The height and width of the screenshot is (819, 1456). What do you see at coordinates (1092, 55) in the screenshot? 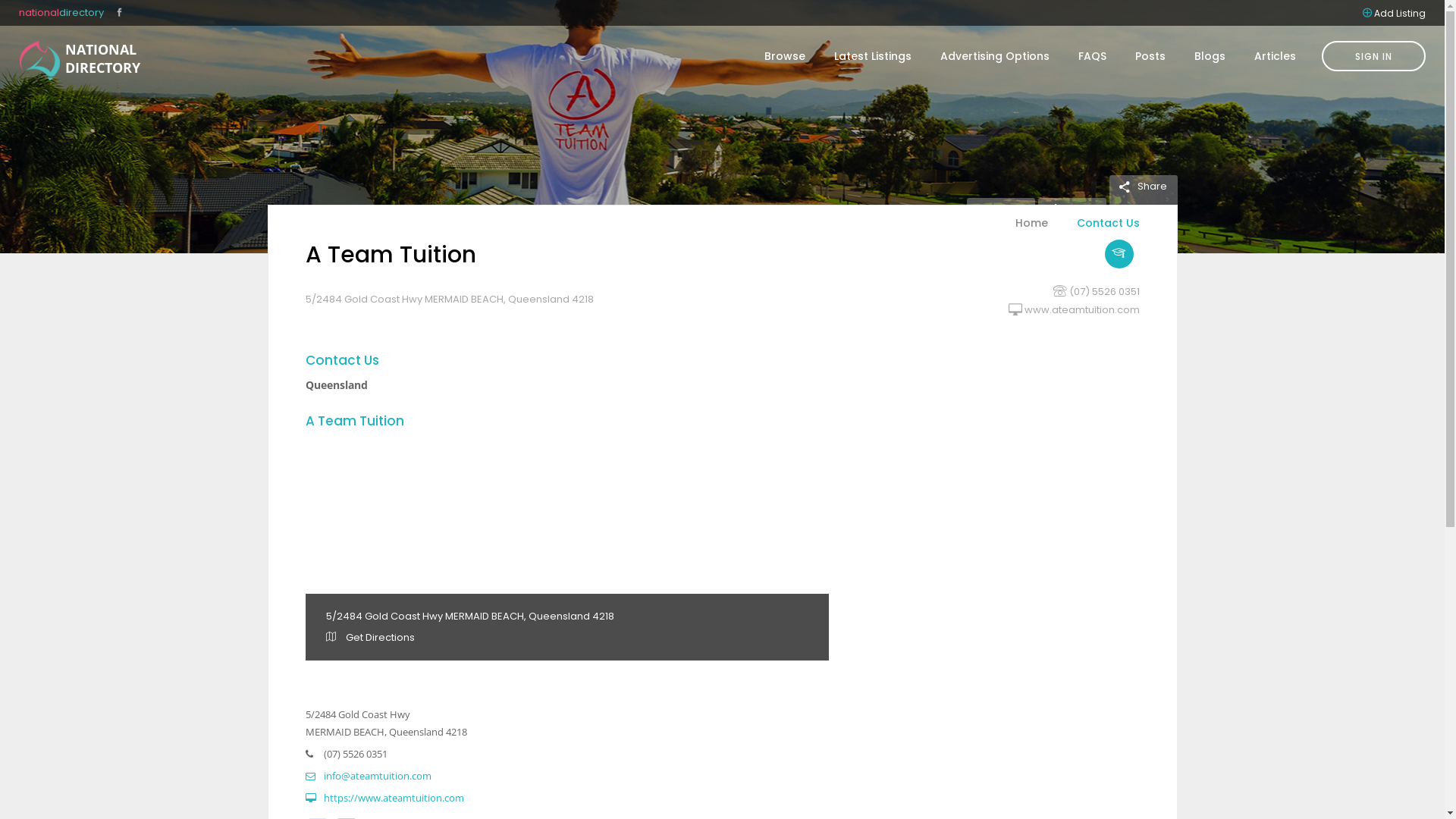
I see `'FAQS'` at bounding box center [1092, 55].